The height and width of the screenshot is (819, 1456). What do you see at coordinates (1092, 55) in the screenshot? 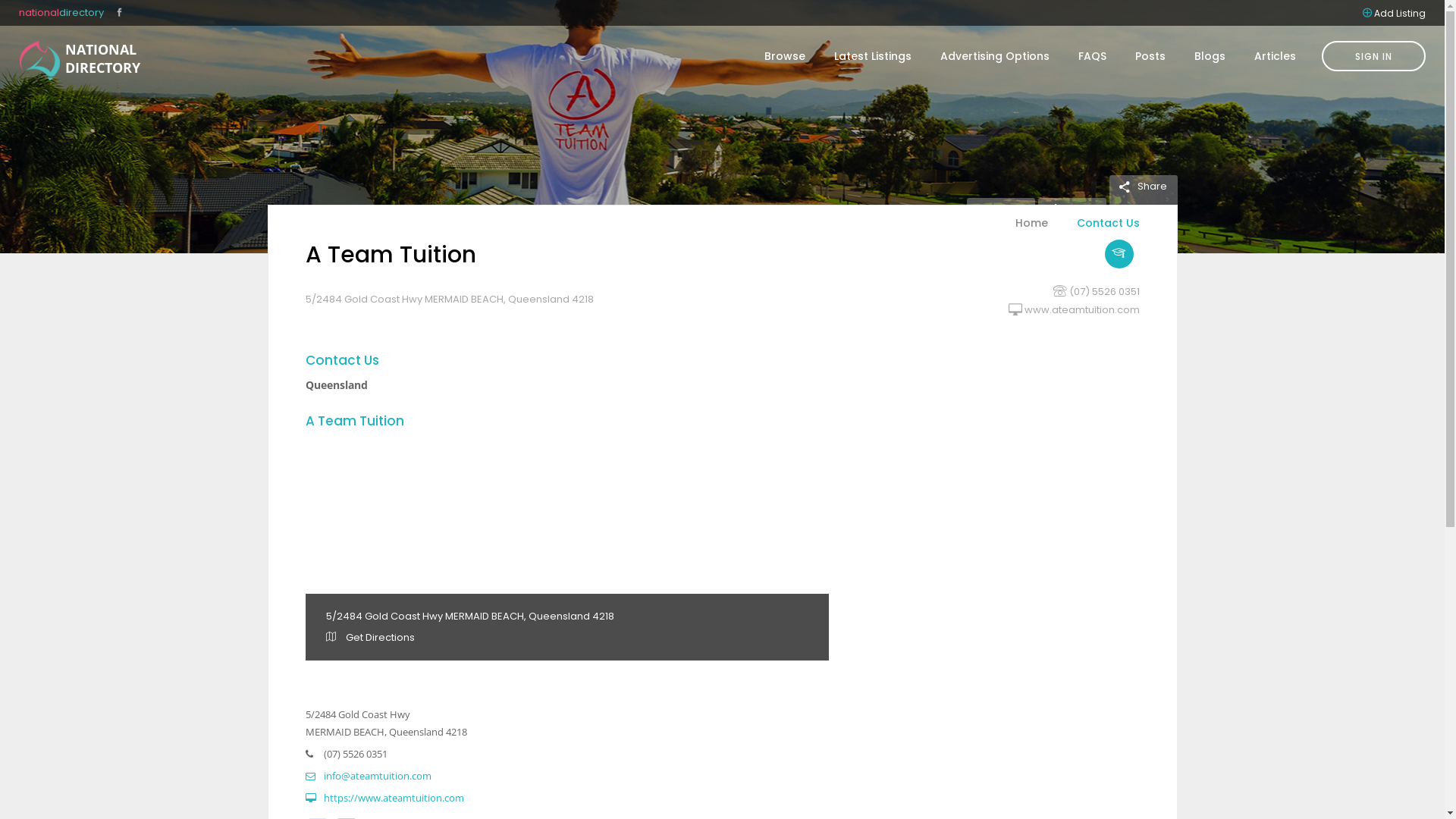
I see `'FAQS'` at bounding box center [1092, 55].